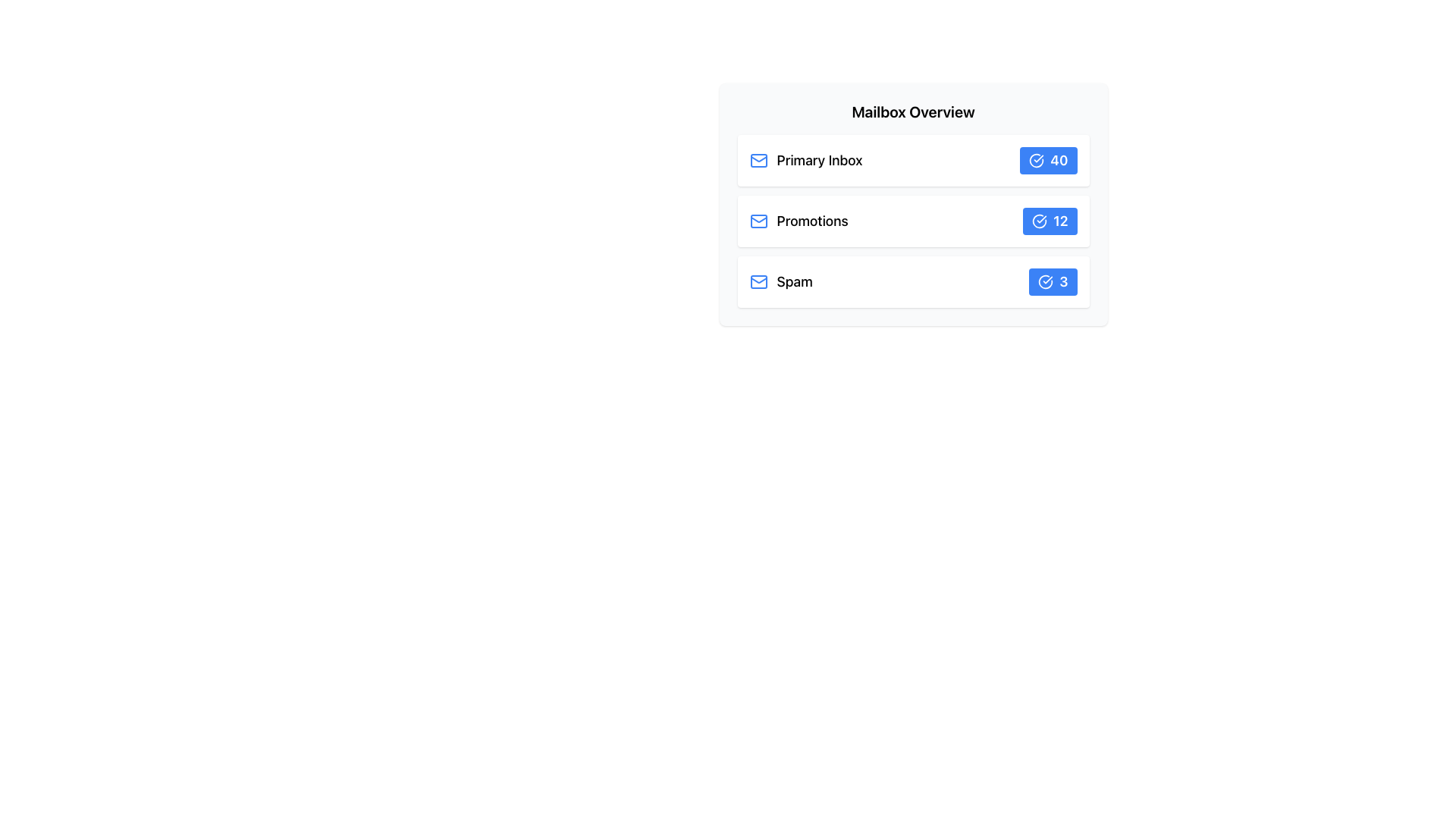 This screenshot has width=1456, height=819. I want to click on the text label displaying the word 'Spam' located at the bottom of a vertical list within the 'Mailbox Overview' card, so click(794, 281).